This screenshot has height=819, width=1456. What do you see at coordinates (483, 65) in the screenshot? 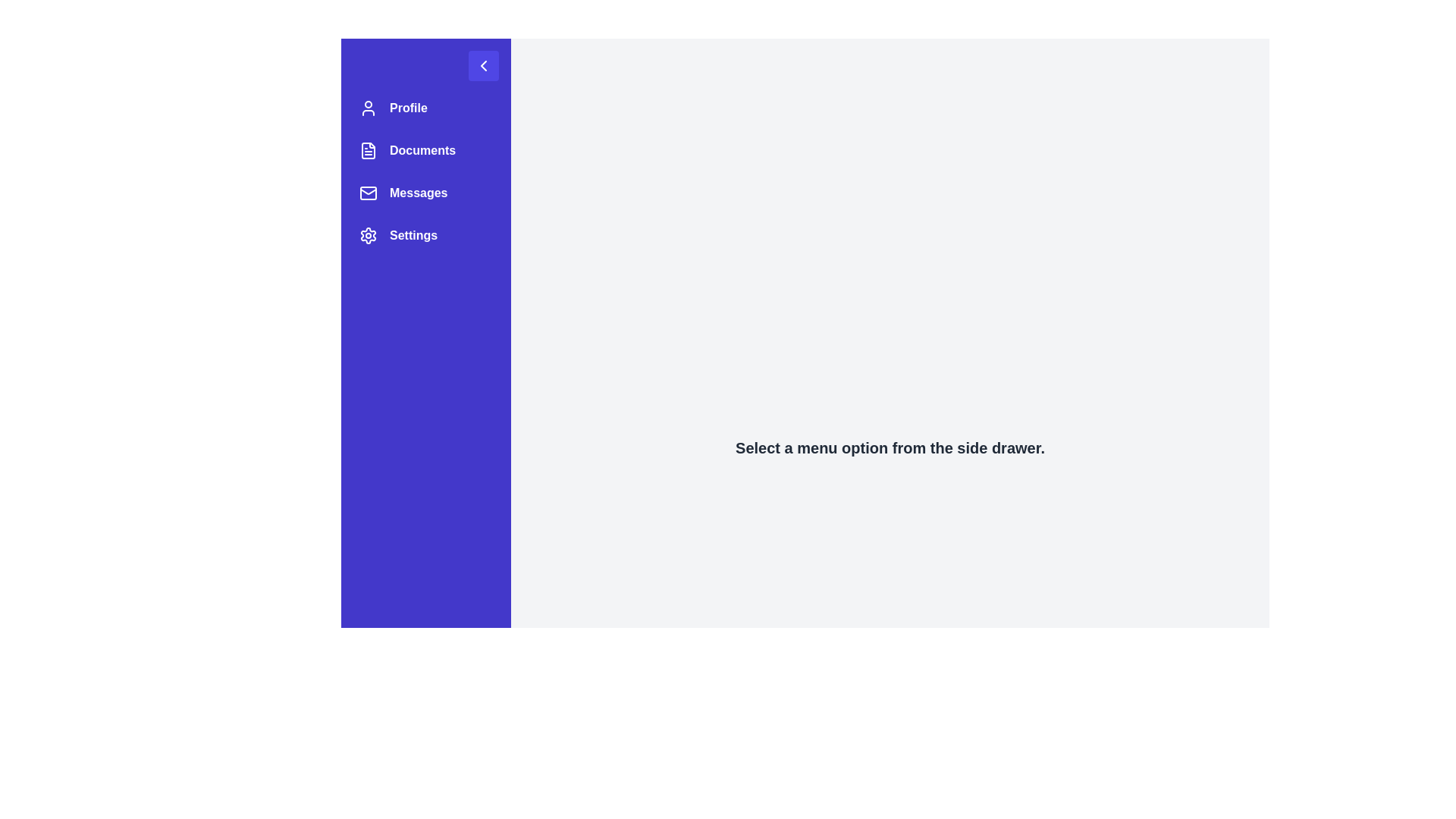
I see `the left chevron icon in the top-left corner of the interface` at bounding box center [483, 65].